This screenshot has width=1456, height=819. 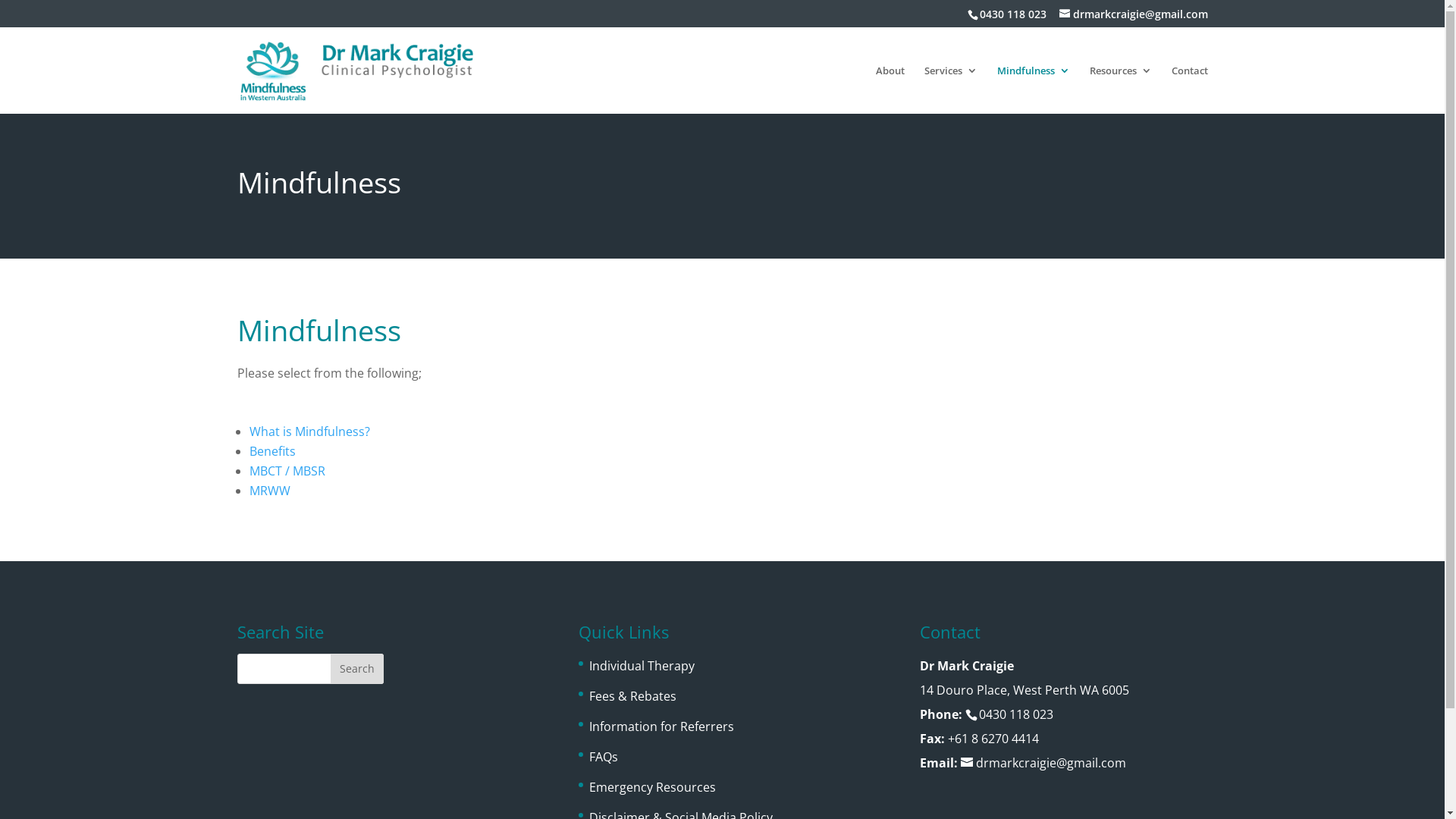 I want to click on 'MRWW', so click(x=269, y=491).